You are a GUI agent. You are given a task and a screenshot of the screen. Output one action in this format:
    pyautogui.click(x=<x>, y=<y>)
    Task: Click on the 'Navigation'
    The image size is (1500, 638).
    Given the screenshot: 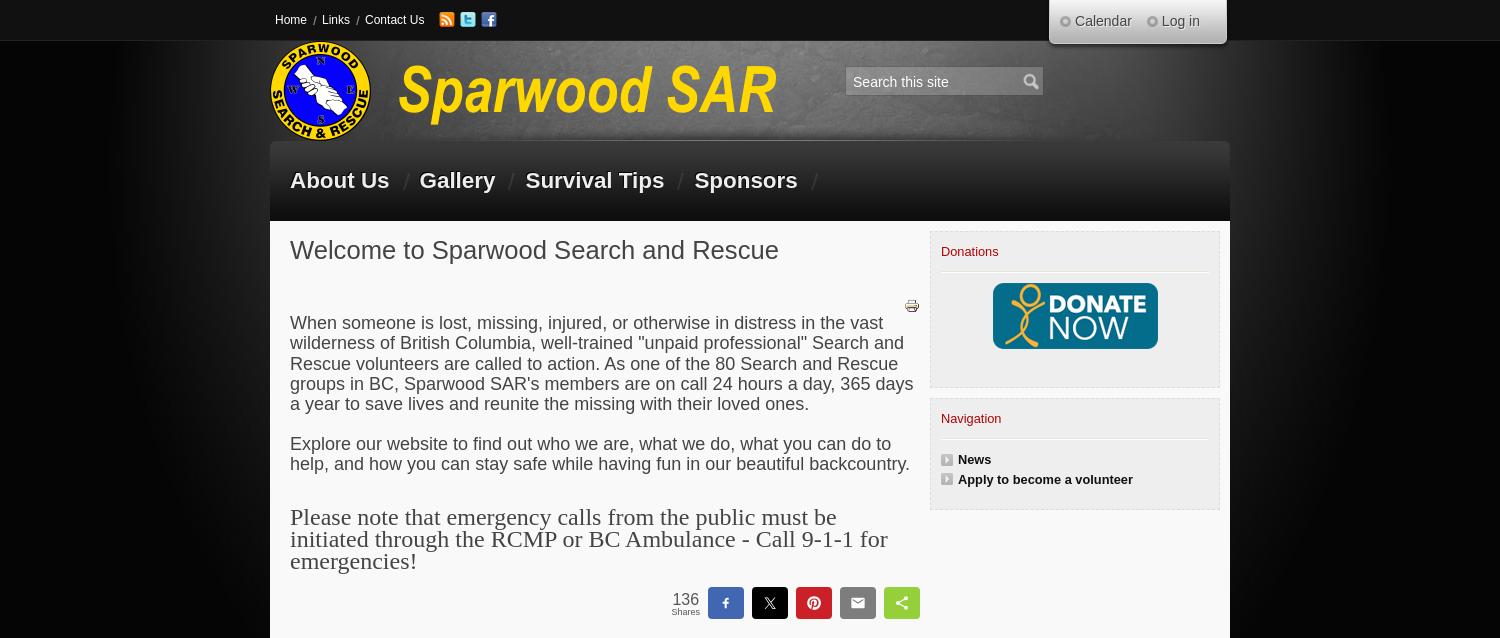 What is the action you would take?
    pyautogui.click(x=969, y=417)
    